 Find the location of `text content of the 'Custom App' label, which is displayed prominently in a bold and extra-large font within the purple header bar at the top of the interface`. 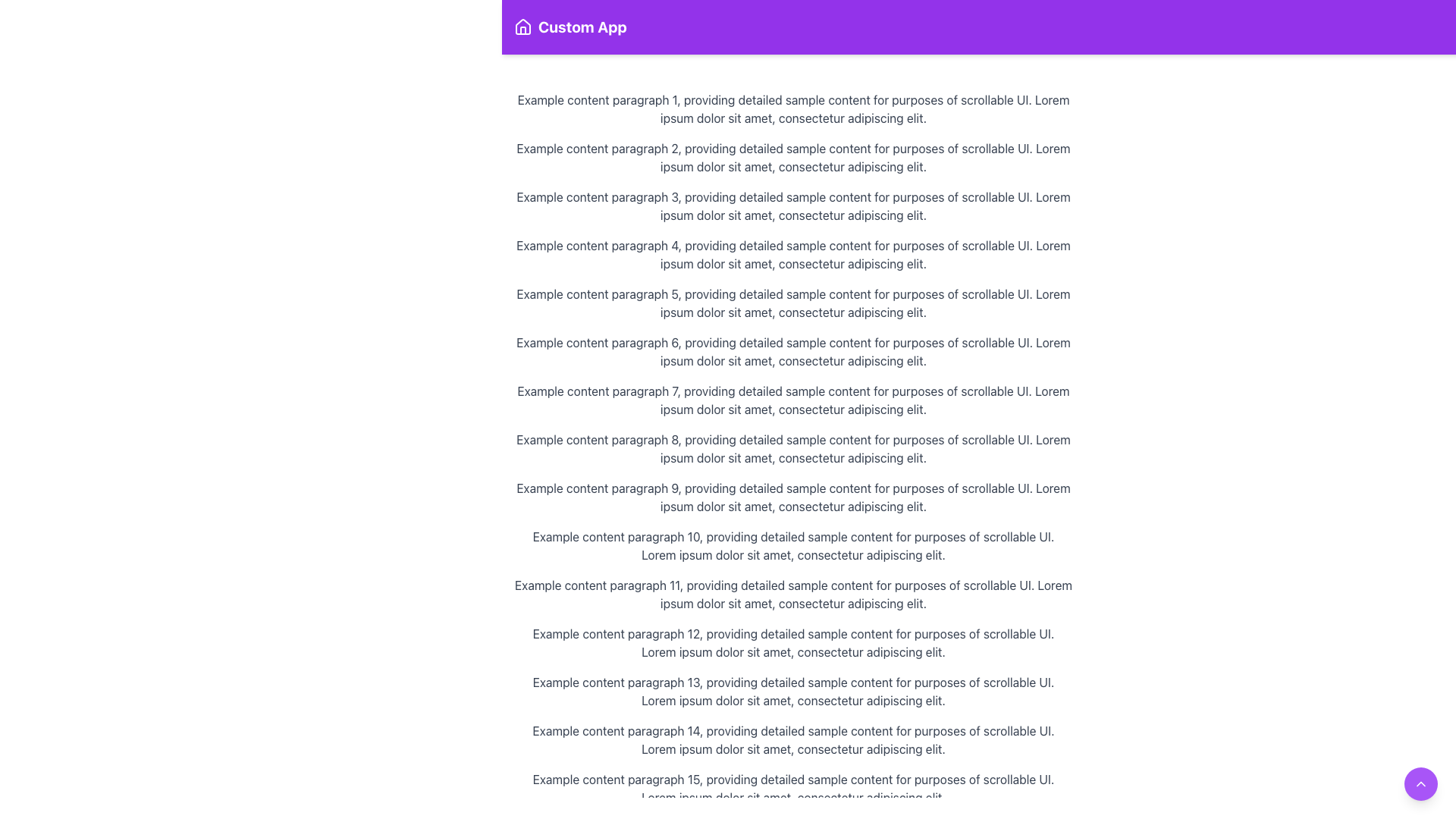

text content of the 'Custom App' label, which is displayed prominently in a bold and extra-large font within the purple header bar at the top of the interface is located at coordinates (582, 27).